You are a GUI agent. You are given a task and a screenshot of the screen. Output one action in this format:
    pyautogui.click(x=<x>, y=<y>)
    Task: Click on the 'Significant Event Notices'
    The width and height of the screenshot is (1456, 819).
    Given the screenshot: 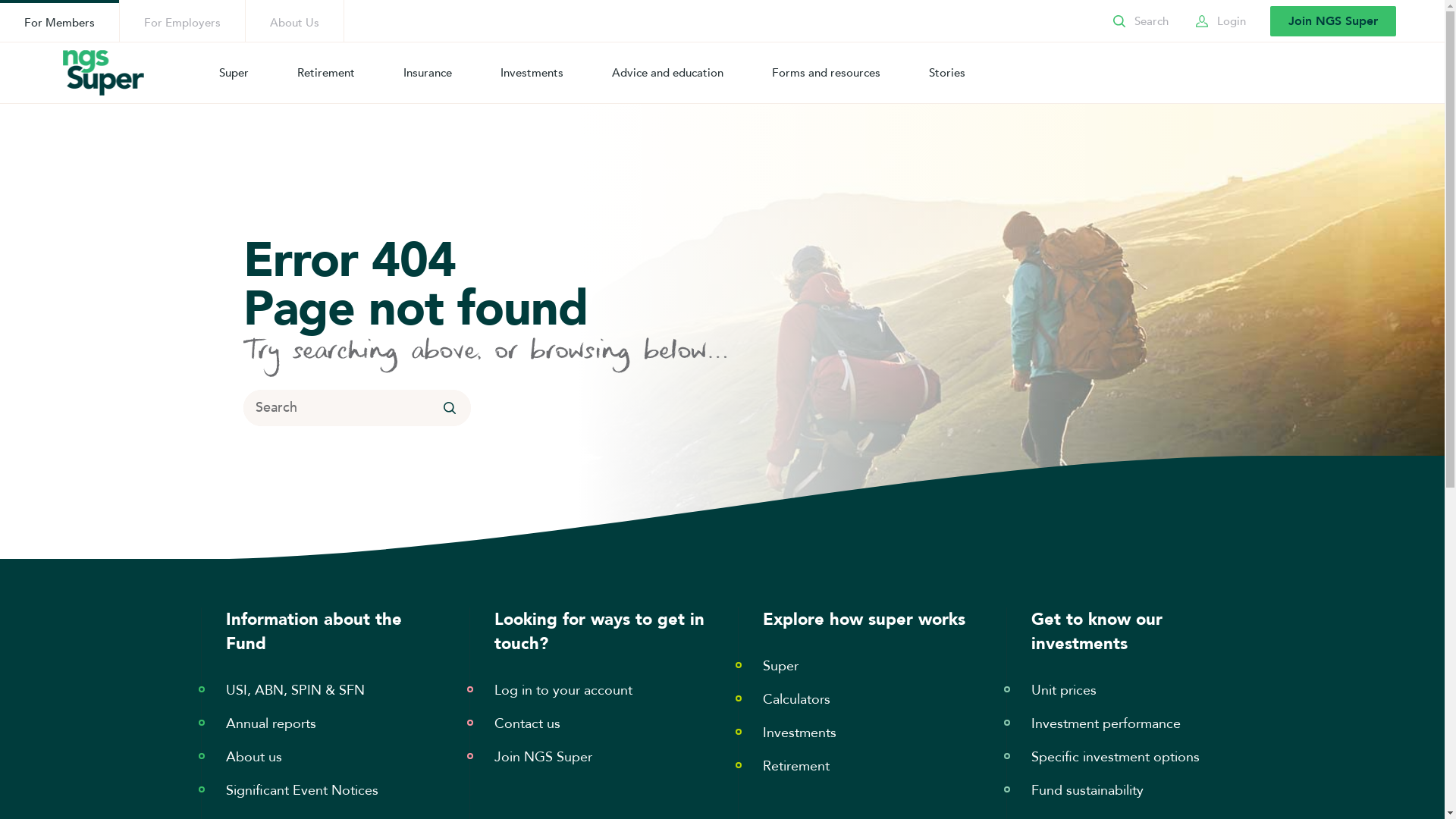 What is the action you would take?
    pyautogui.click(x=302, y=789)
    